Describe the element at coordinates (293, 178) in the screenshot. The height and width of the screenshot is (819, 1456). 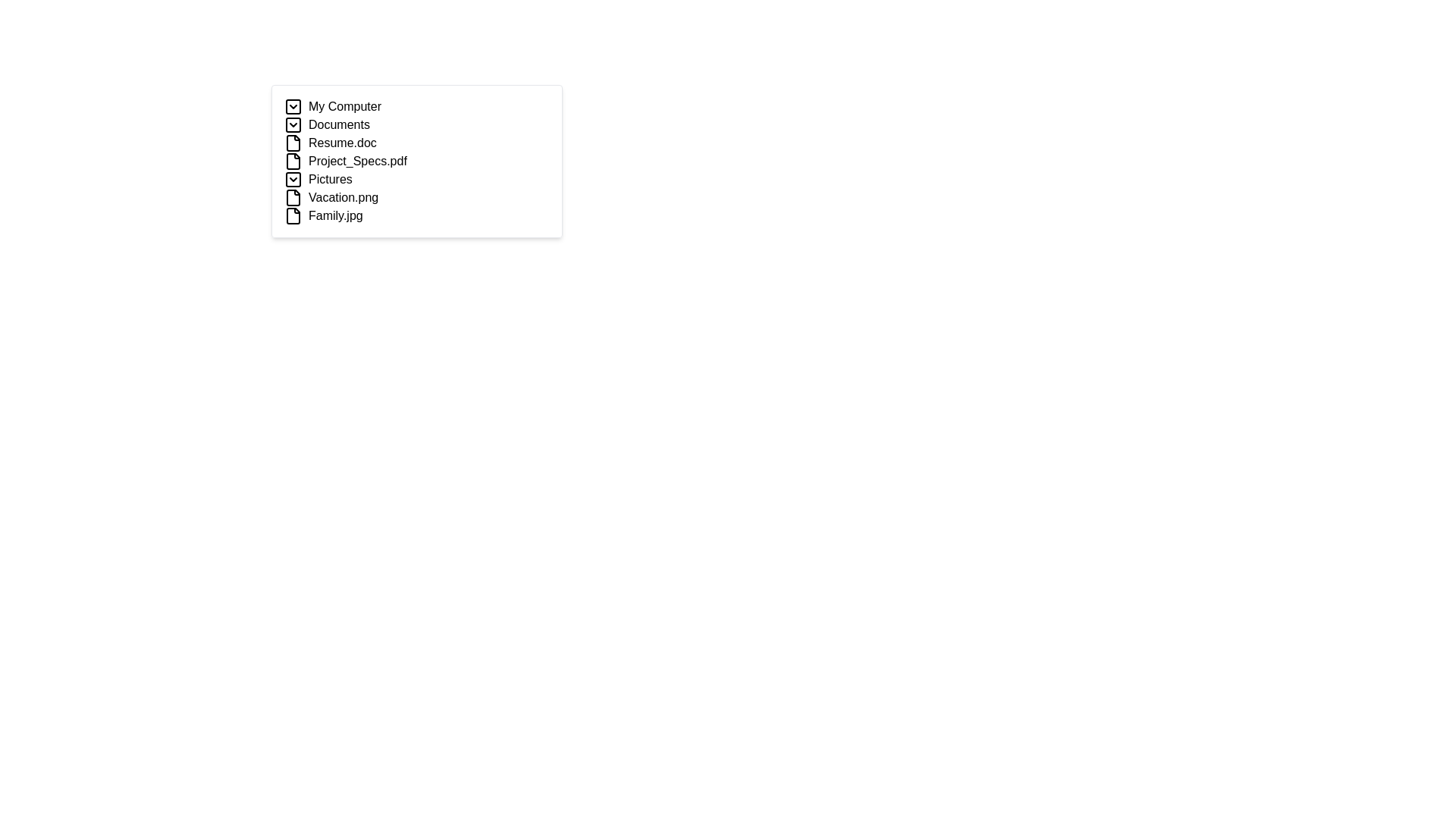
I see `the checkbox indicator for the 'Pictures' item` at that location.